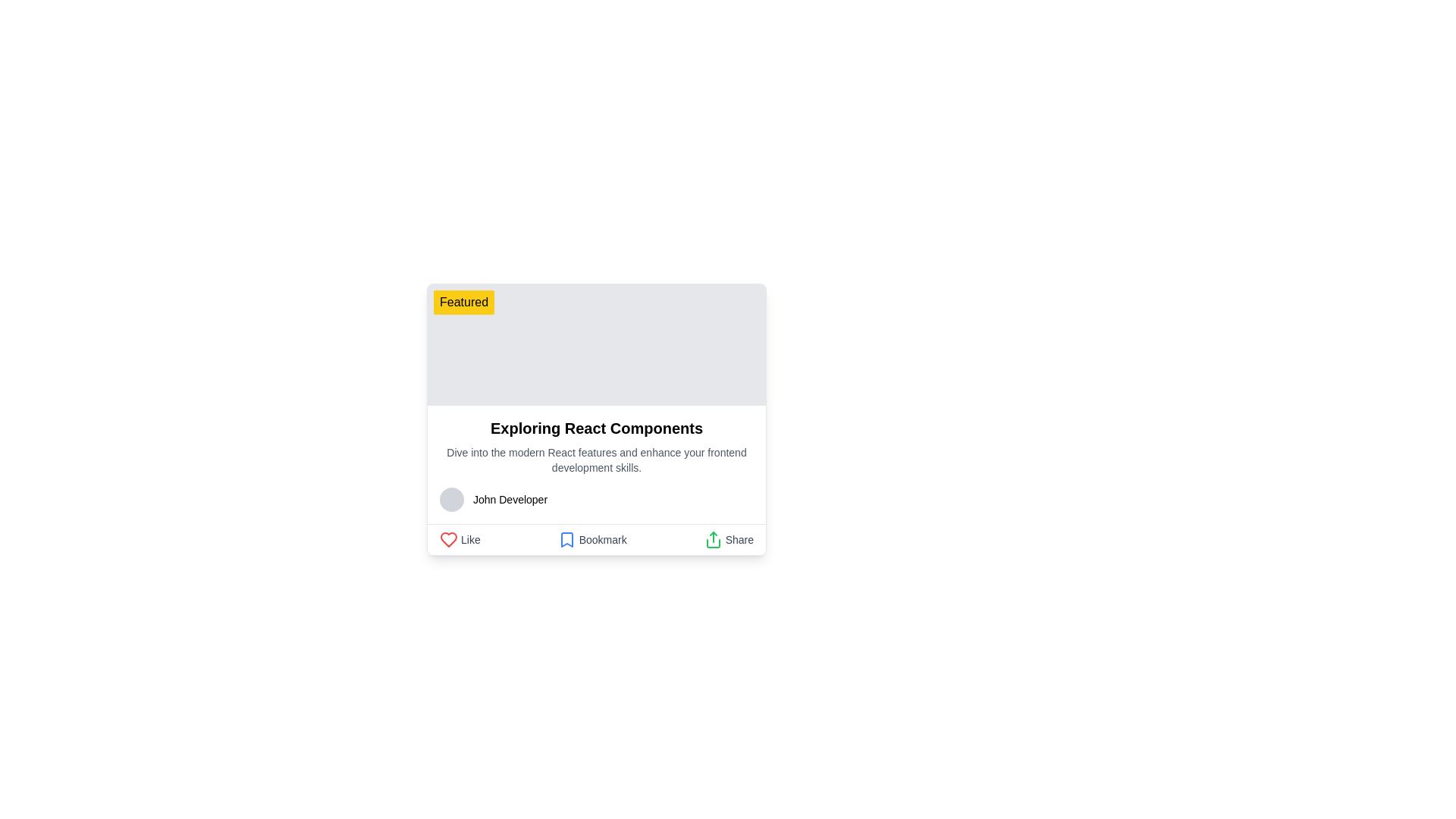 This screenshot has width=1456, height=819. I want to click on the 'Share' text label located in the bottom-right corner of the card-like interface, which is styled in a small gray font and is adjacent to a green share icon, so click(739, 539).